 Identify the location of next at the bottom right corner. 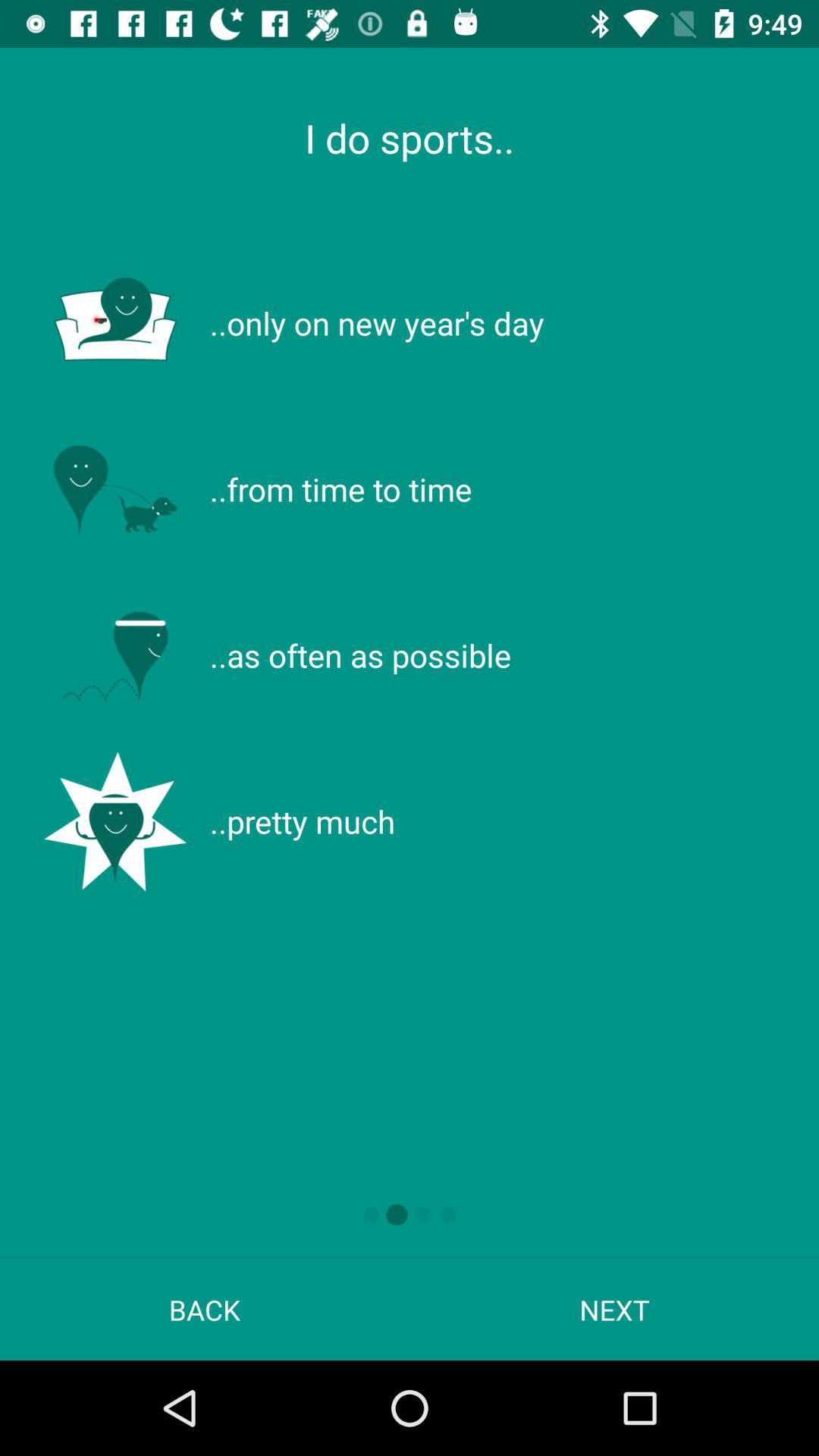
(614, 1309).